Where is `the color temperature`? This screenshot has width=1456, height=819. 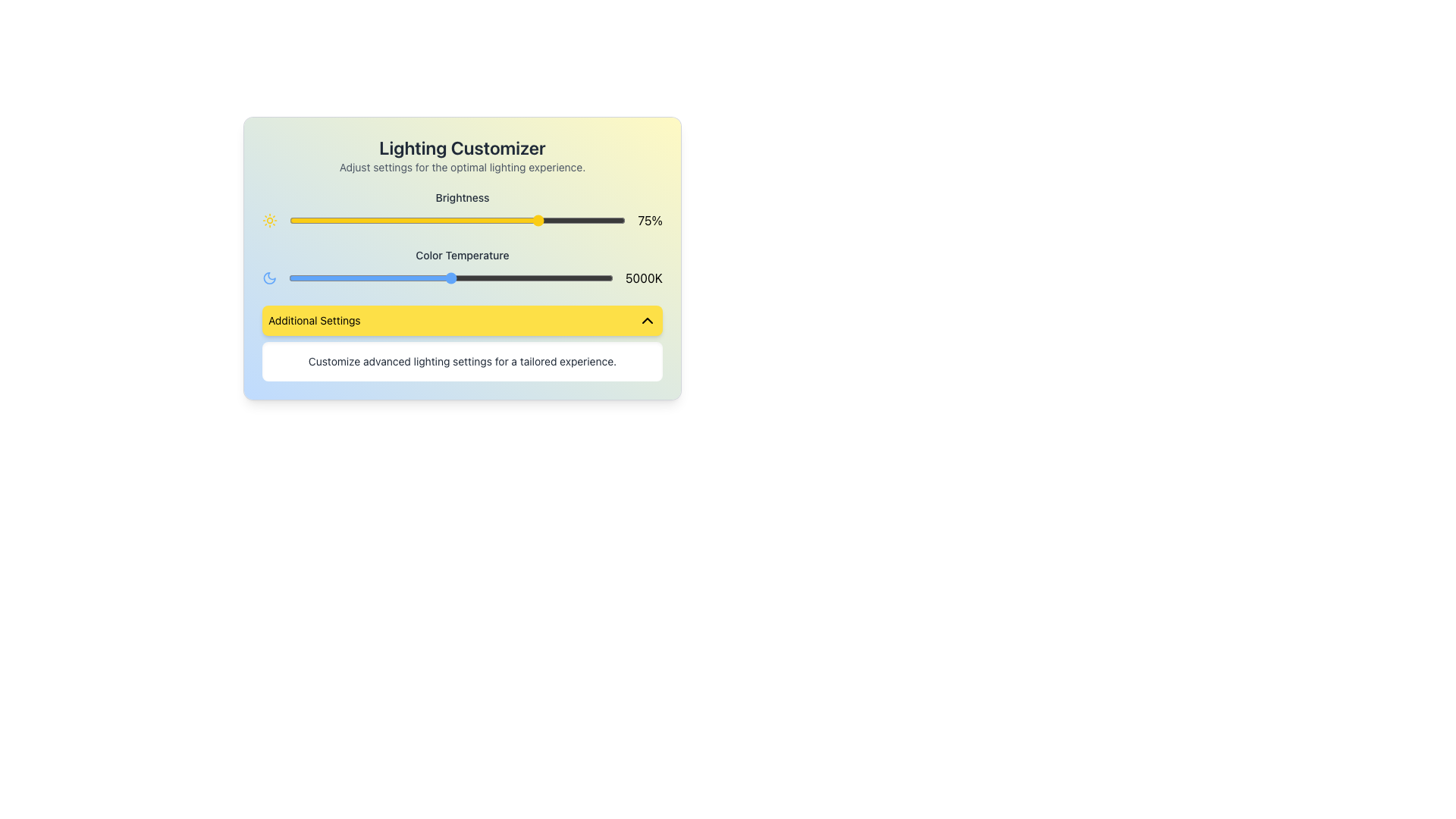 the color temperature is located at coordinates (552, 278).